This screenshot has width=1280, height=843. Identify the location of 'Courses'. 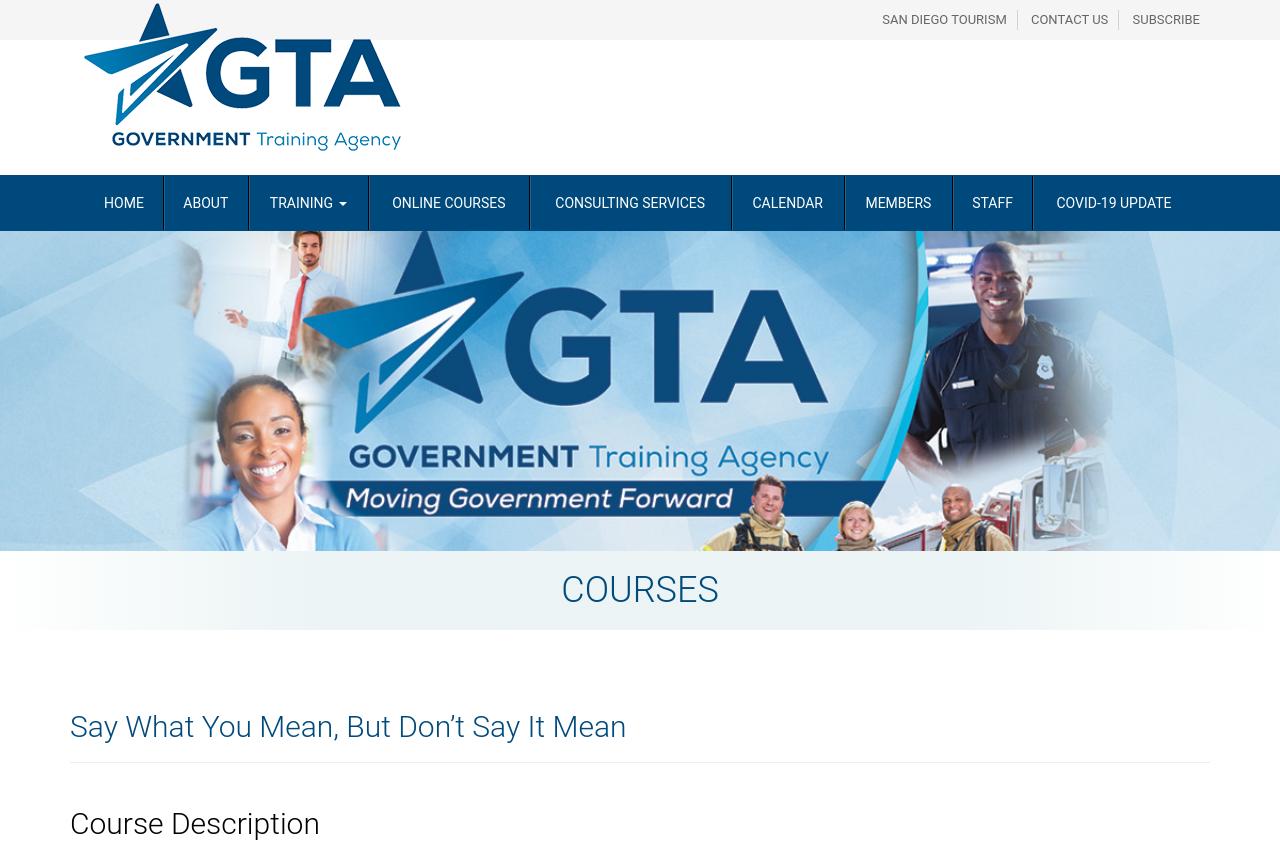
(638, 588).